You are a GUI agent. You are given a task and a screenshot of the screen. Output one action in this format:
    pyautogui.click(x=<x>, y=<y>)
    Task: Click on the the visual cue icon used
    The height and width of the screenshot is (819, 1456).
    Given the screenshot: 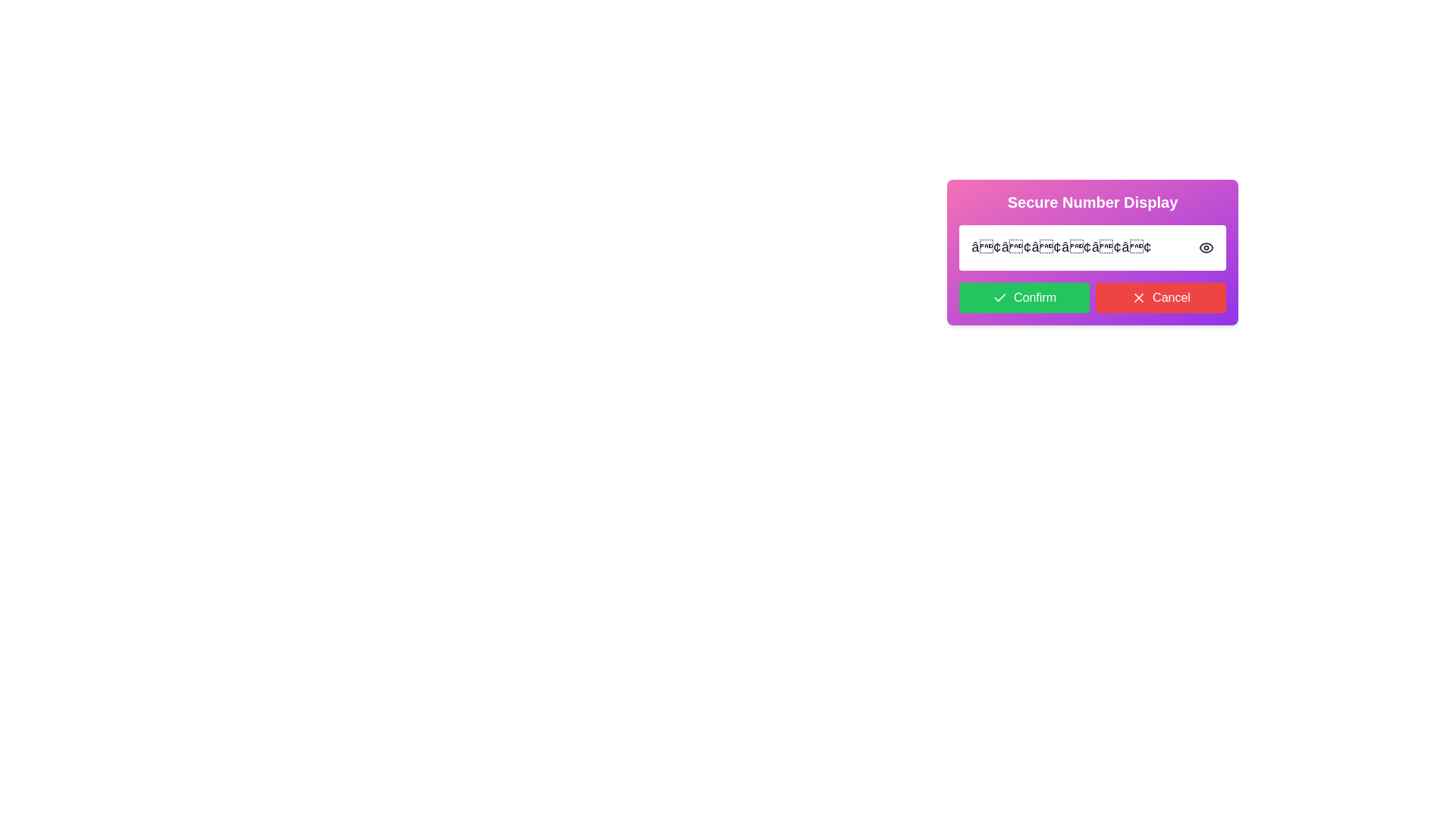 What is the action you would take?
    pyautogui.click(x=1205, y=247)
    